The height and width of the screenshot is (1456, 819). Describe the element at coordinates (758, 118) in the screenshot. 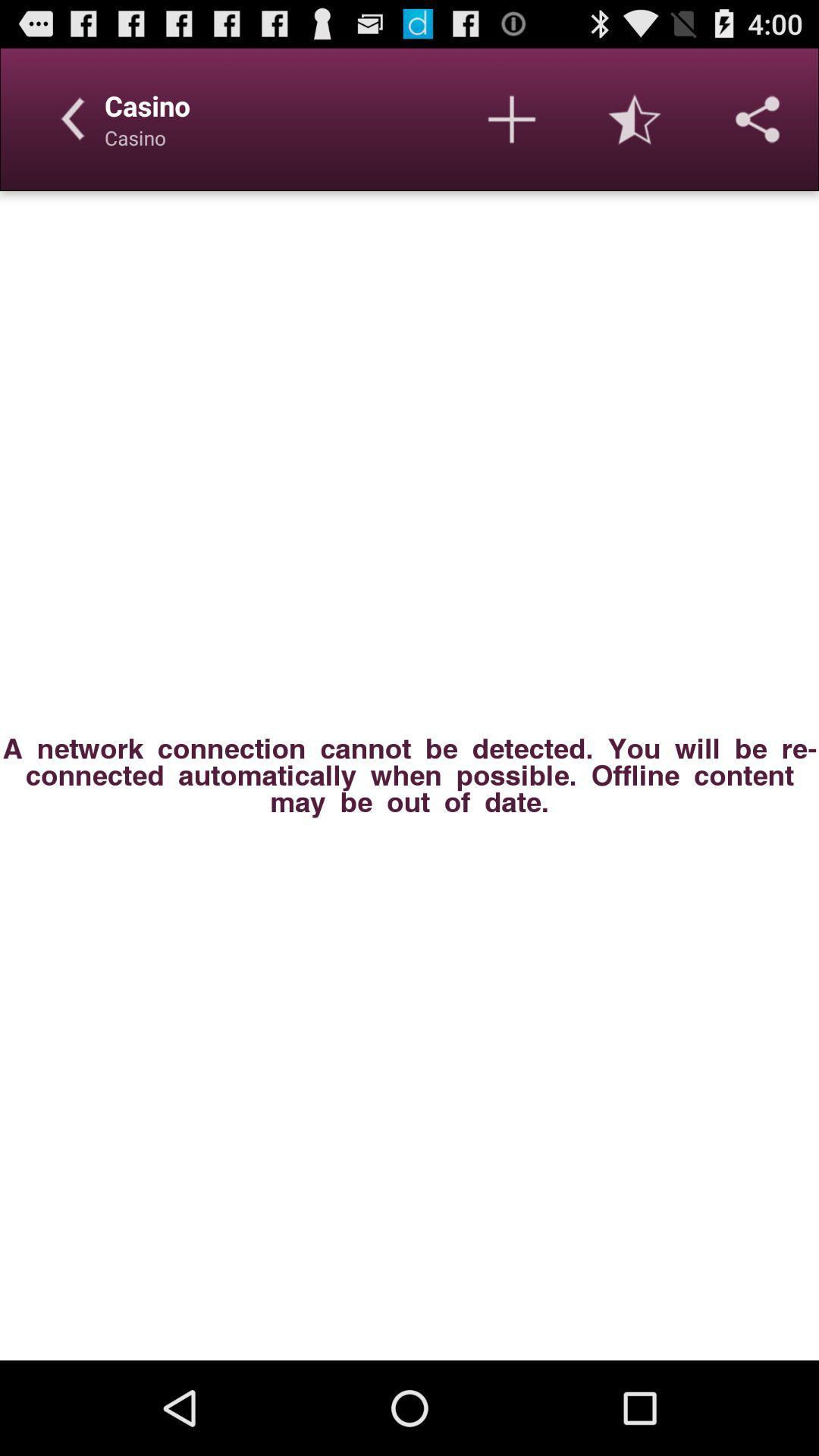

I see `share` at that location.